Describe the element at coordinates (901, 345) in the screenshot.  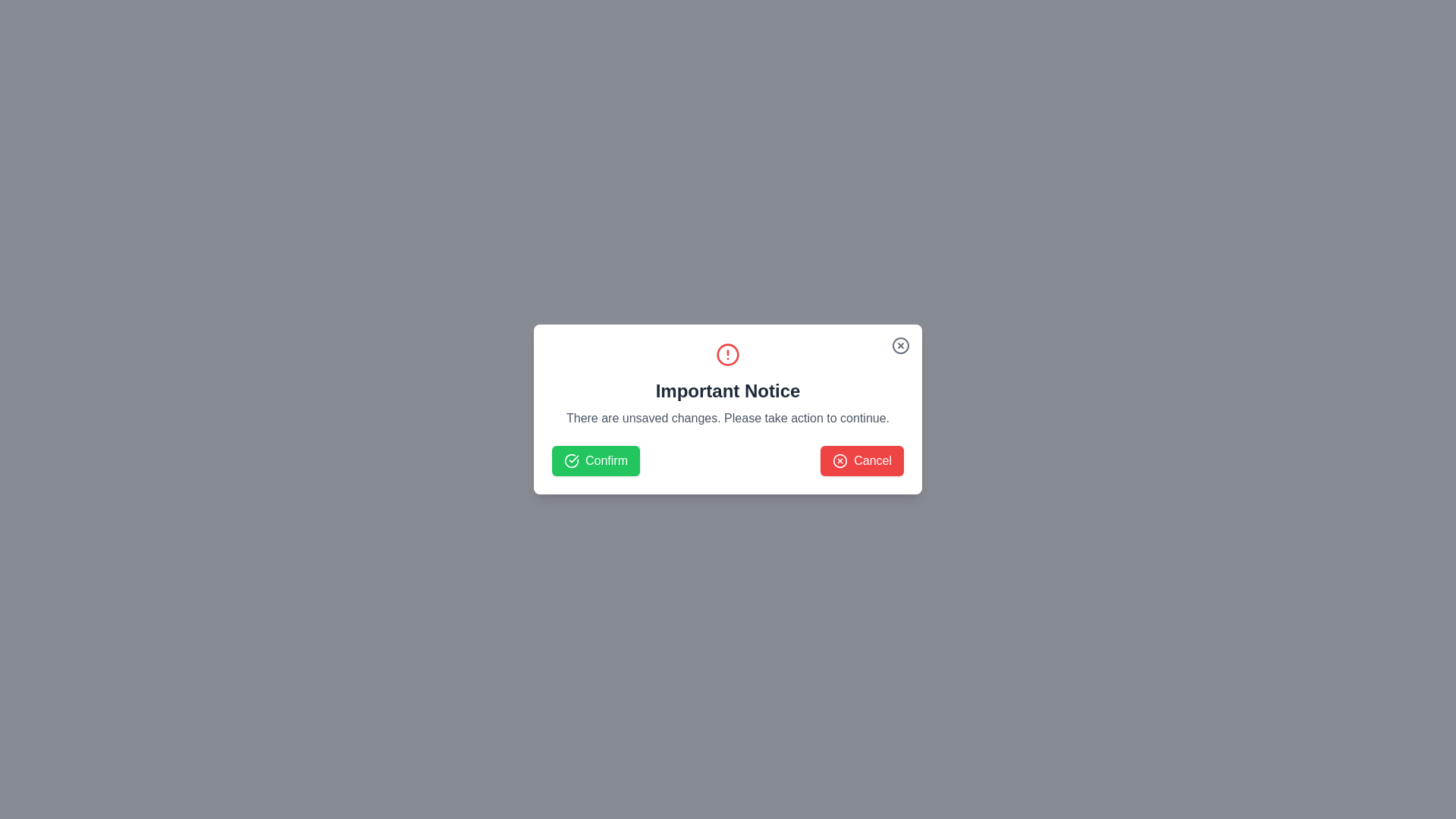
I see `the close button located at the top-right corner of the 'Important Notice' dialog box` at that location.